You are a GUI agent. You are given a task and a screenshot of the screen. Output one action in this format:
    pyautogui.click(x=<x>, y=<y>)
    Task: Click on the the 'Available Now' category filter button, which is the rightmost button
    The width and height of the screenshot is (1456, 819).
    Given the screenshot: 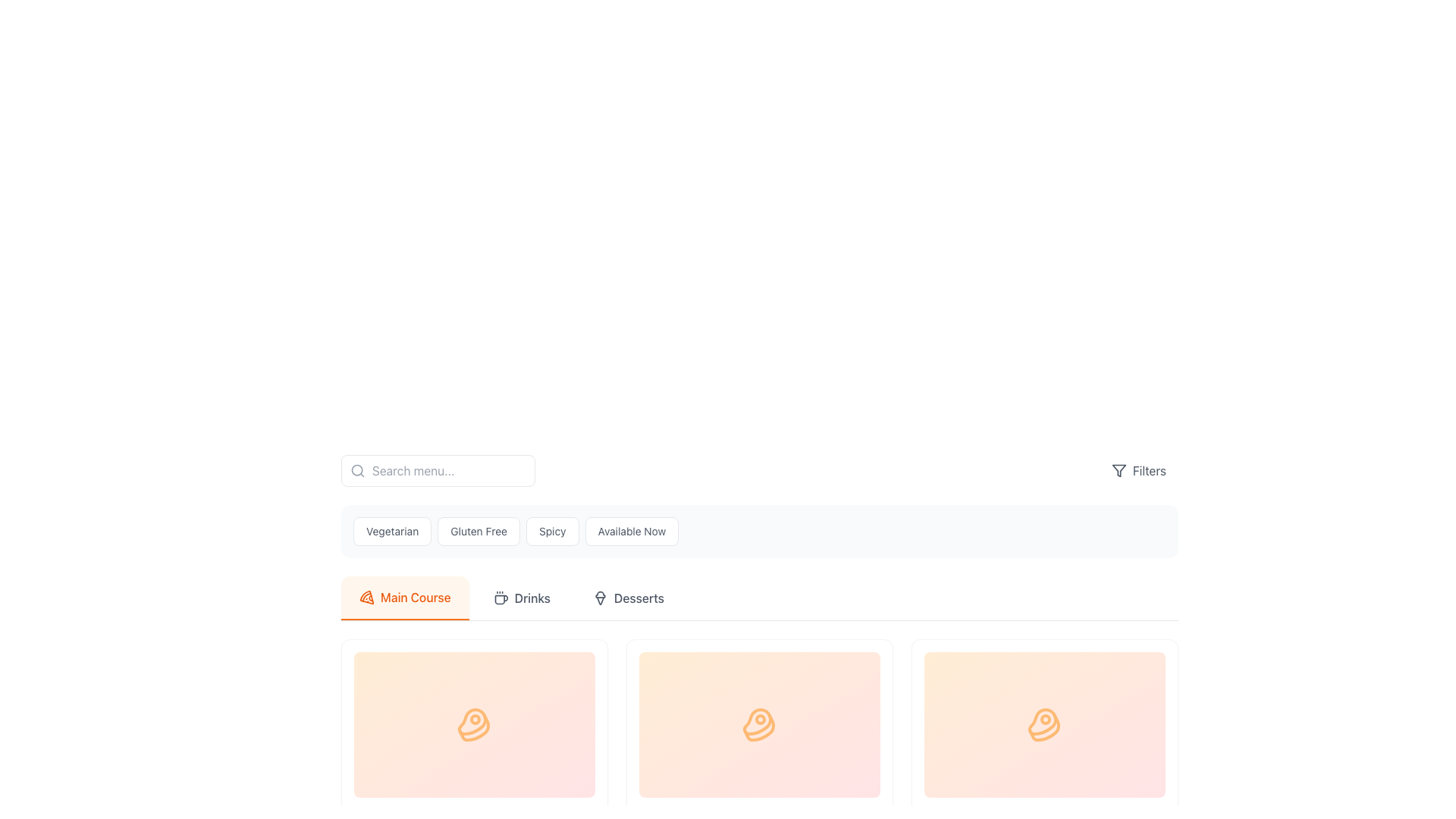 What is the action you would take?
    pyautogui.click(x=632, y=531)
    